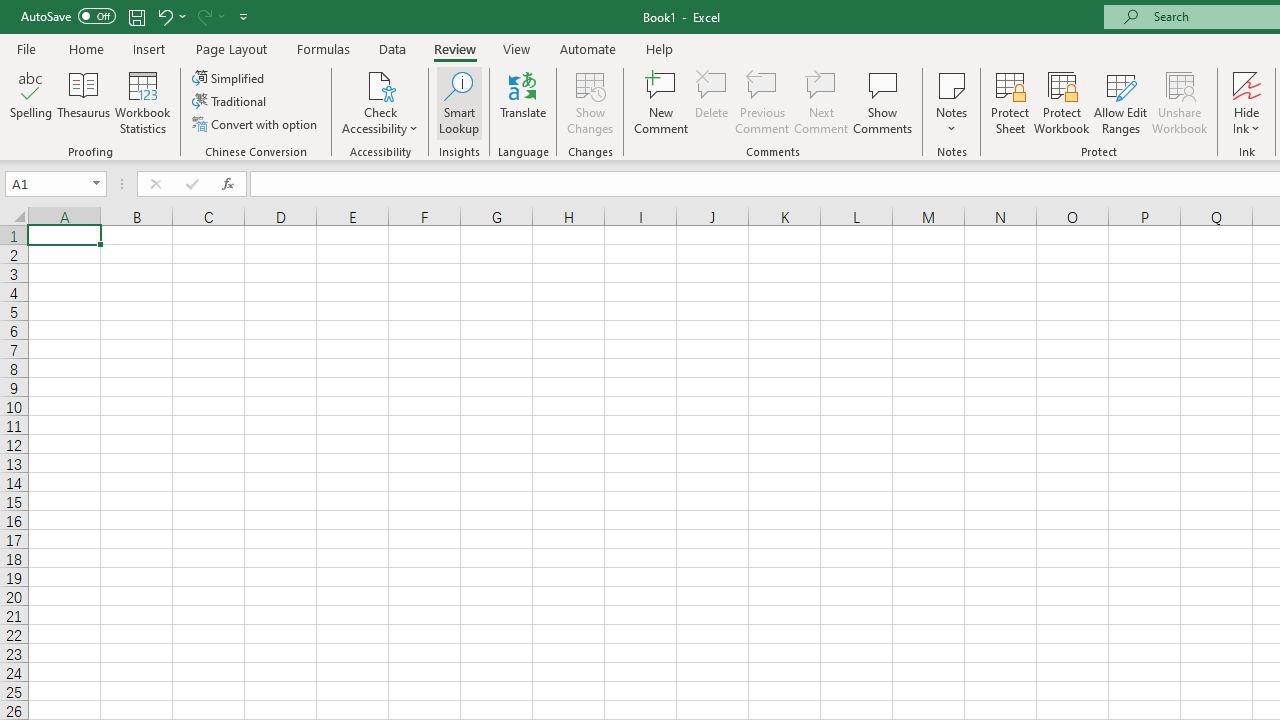 The height and width of the screenshot is (720, 1280). Describe the element at coordinates (661, 103) in the screenshot. I see `'New Comment'` at that location.